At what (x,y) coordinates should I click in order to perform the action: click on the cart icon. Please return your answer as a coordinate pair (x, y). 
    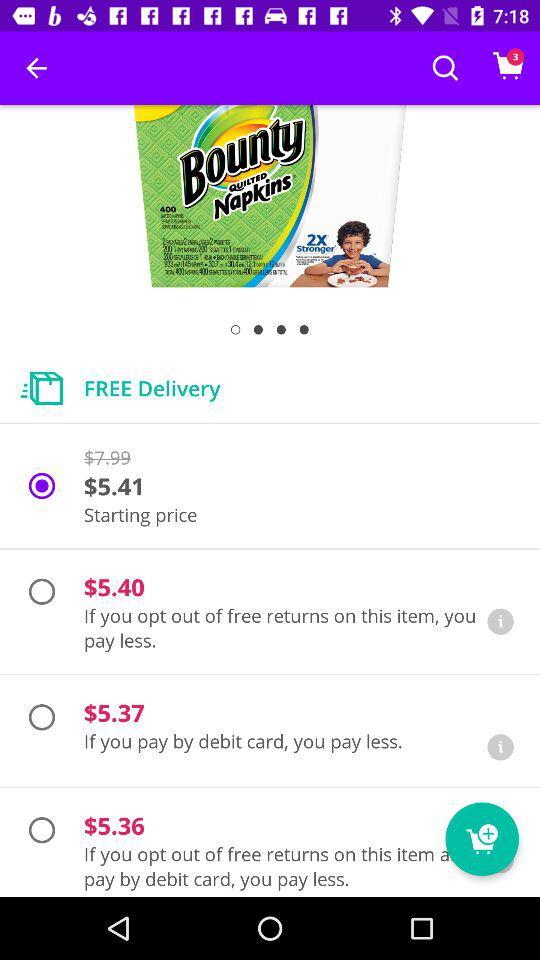
    Looking at the image, I should click on (481, 839).